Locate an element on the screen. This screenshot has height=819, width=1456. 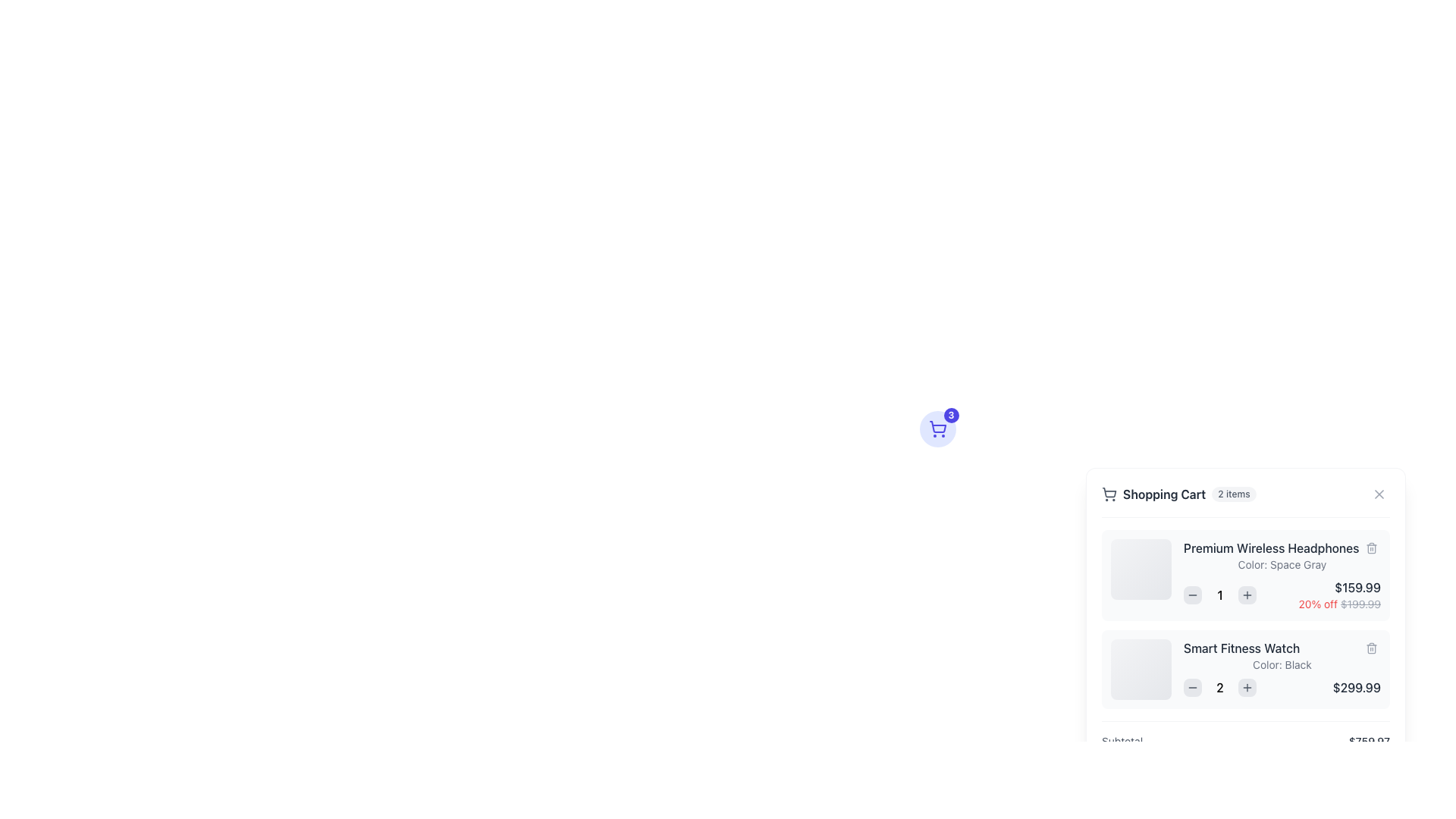
the Header bar displaying 'Shopping Cart' and the total number of items in the cart is located at coordinates (1245, 500).